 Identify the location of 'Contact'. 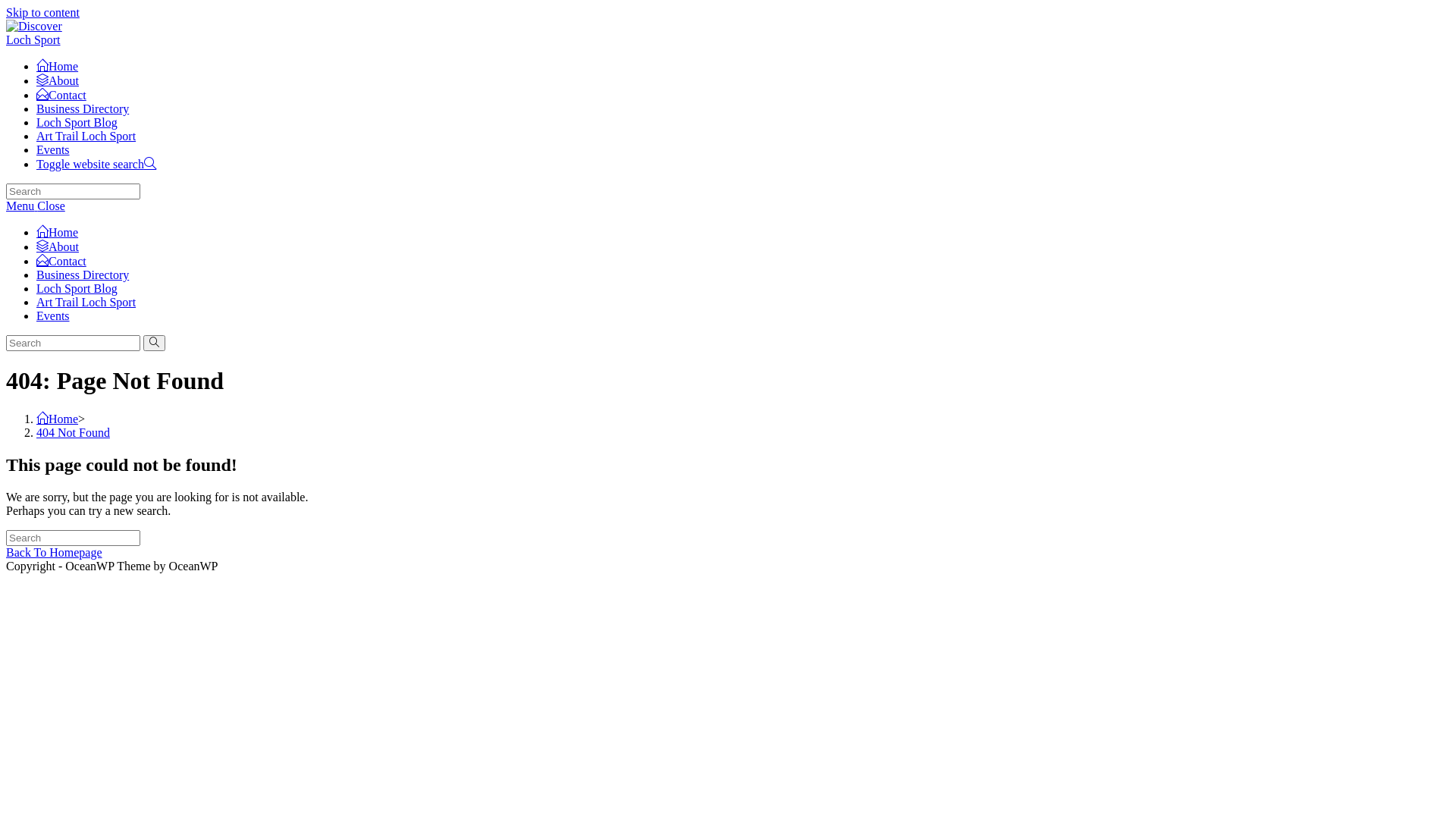
(36, 95).